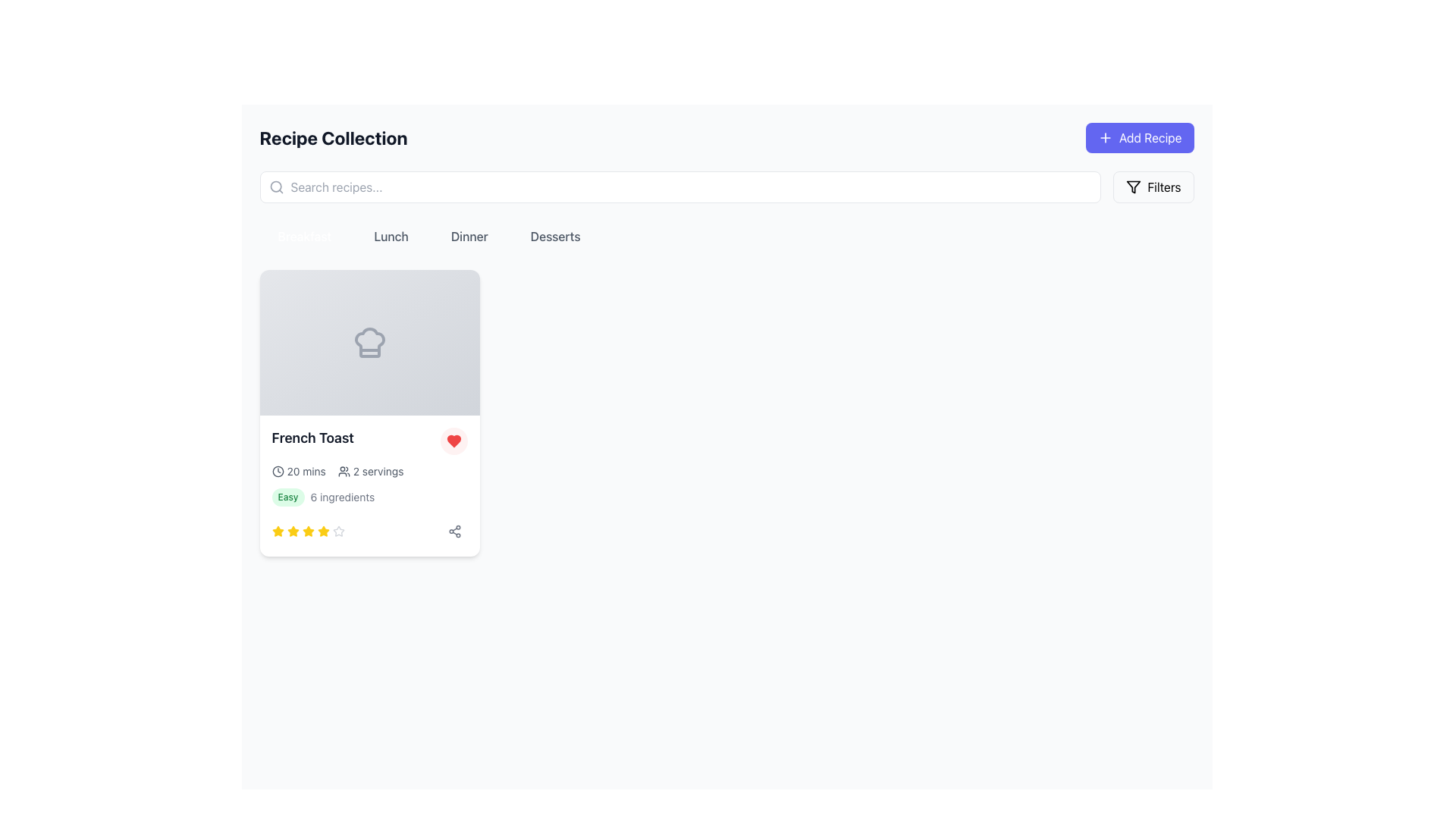  I want to click on the filter button located at the top-right corner of the interface, to the right of the 'Add Recipe' button, so click(1153, 186).